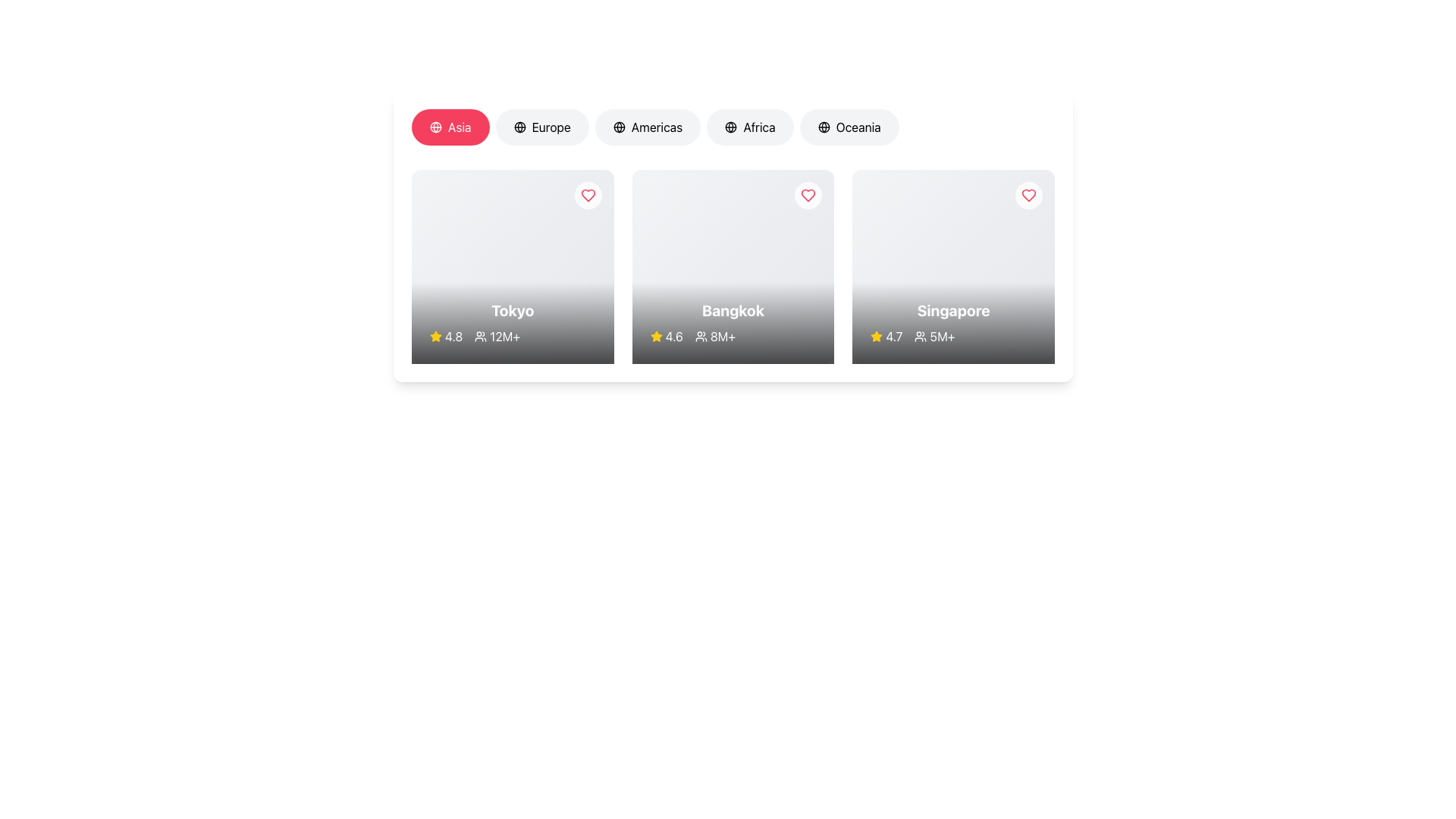  Describe the element at coordinates (519, 127) in the screenshot. I see `globe icon located to the left of the 'Europe' text within the 'Europe' button in the segmented navigation bar` at that location.